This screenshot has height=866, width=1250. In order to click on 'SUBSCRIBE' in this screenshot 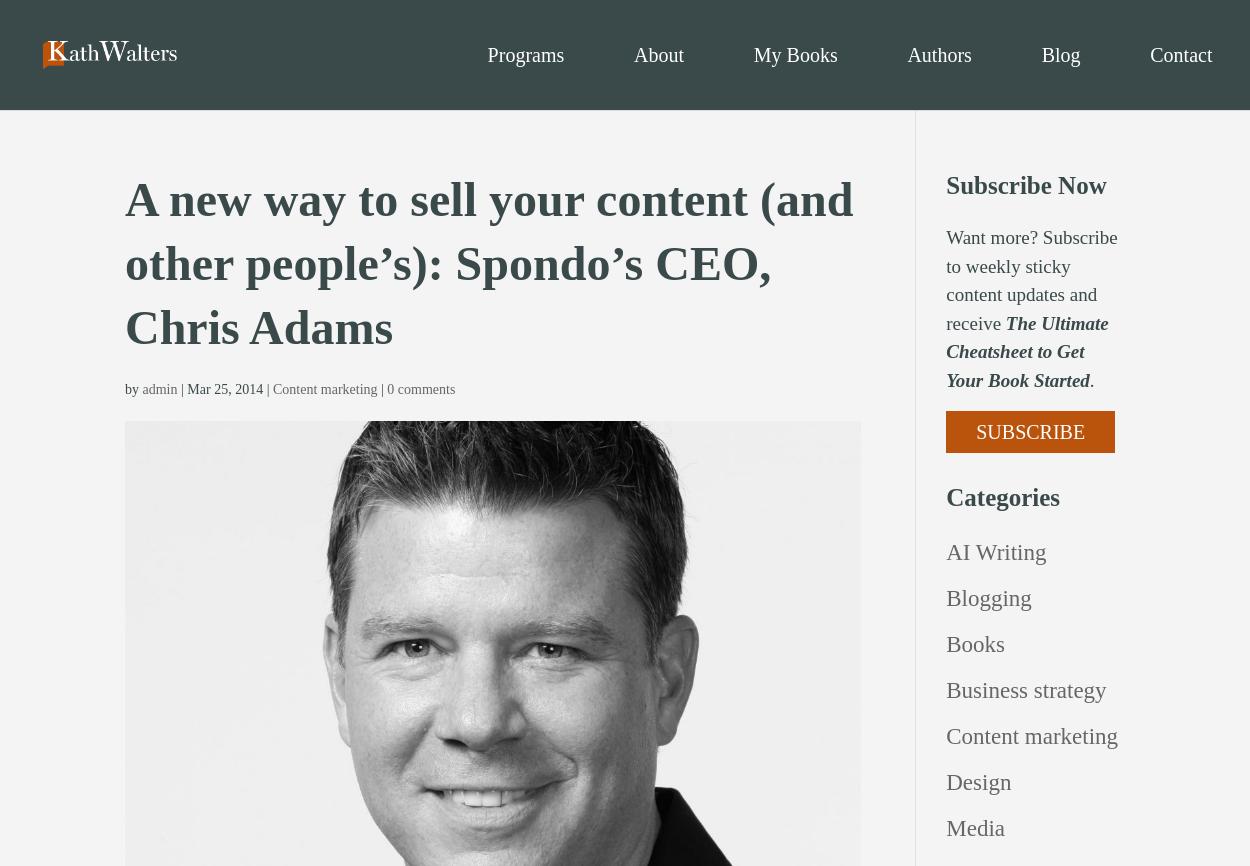, I will do `click(1030, 430)`.